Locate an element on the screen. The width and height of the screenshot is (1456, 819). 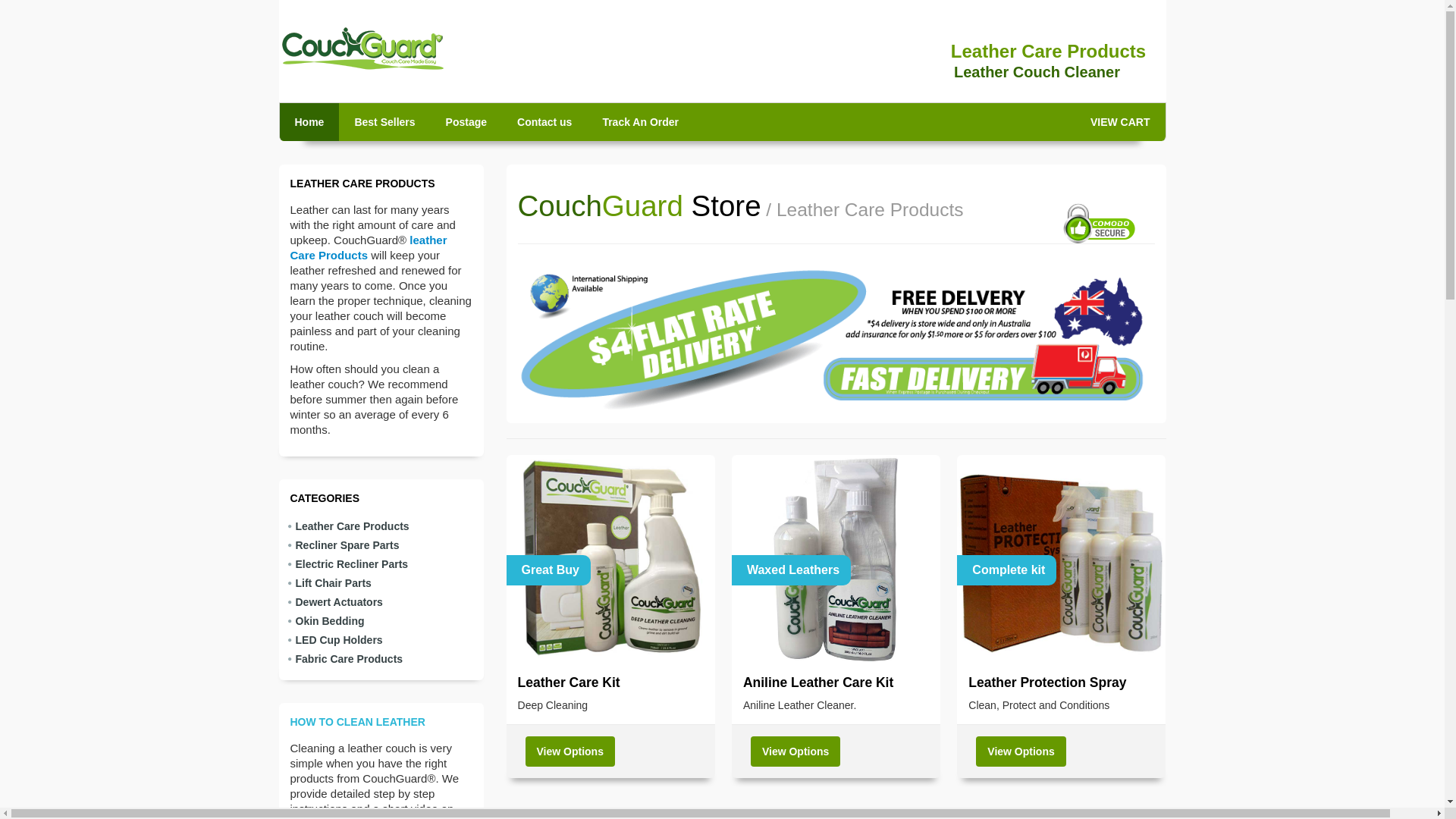
'Electric Recliner Parts' is located at coordinates (295, 564).